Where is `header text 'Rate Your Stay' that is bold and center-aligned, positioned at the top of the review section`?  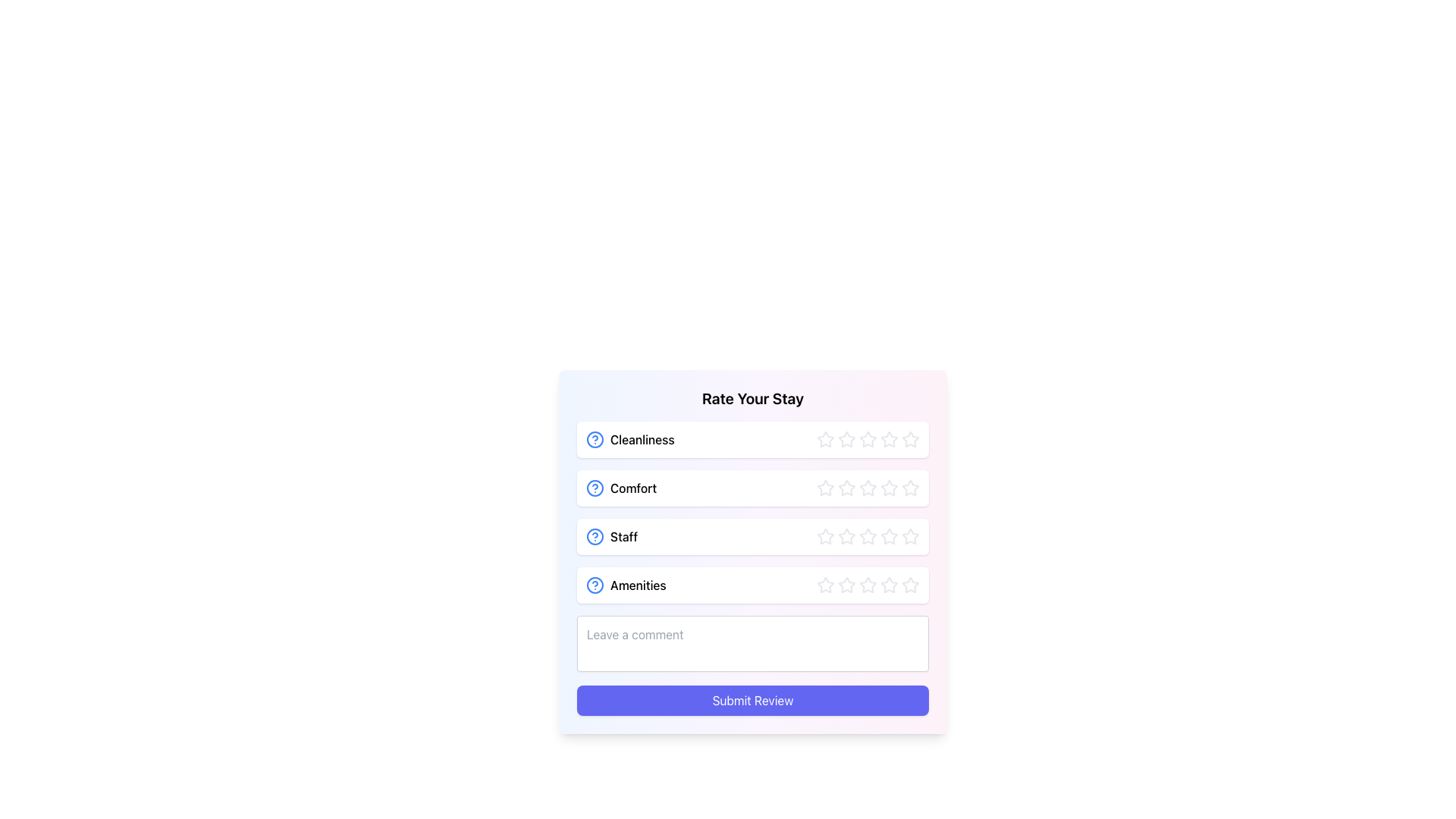 header text 'Rate Your Stay' that is bold and center-aligned, positioned at the top of the review section is located at coordinates (753, 397).